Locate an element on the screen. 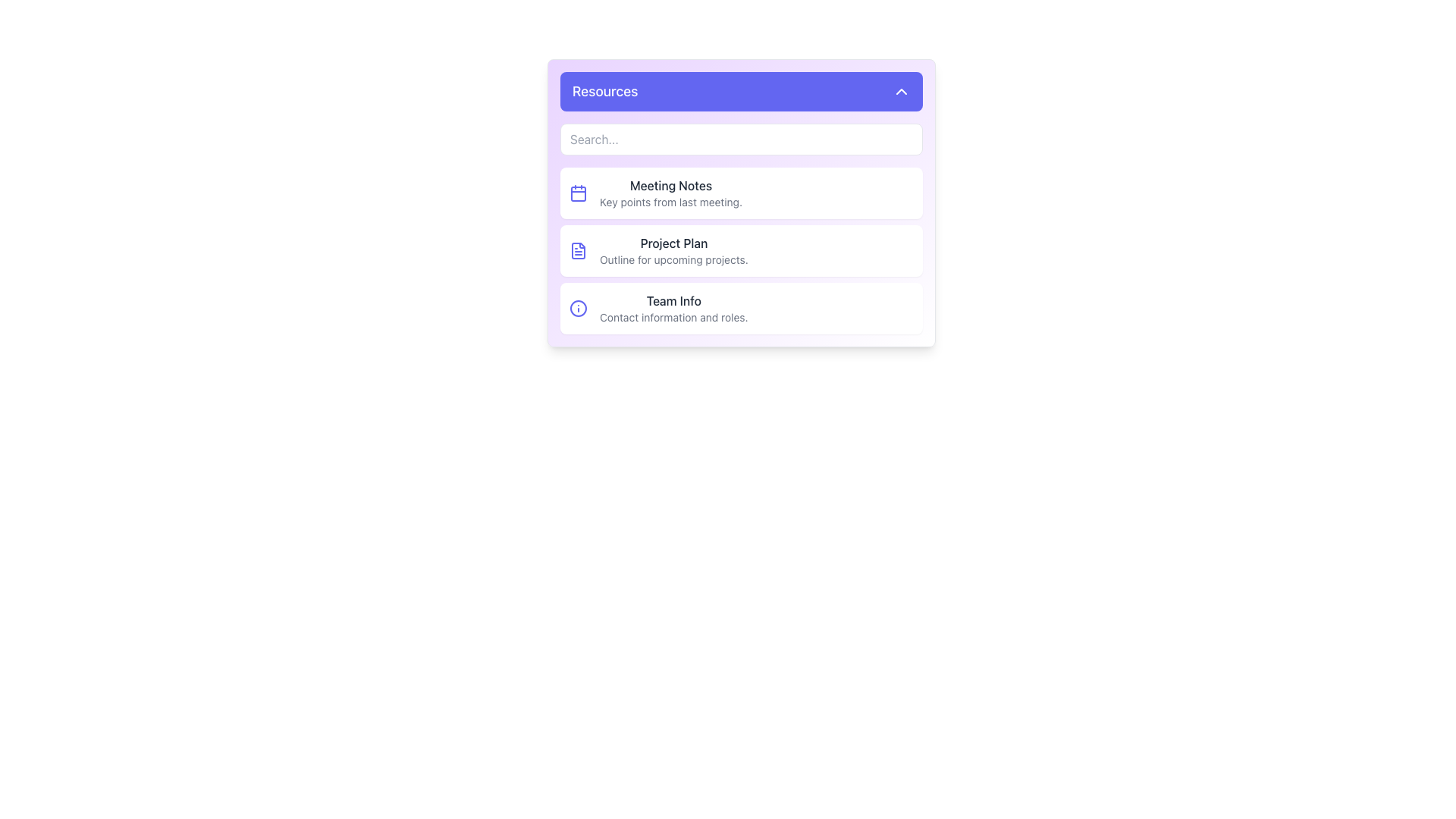  the text block titled 'Meeting Notes' located in the top section of a vertical list within a card is located at coordinates (670, 192).